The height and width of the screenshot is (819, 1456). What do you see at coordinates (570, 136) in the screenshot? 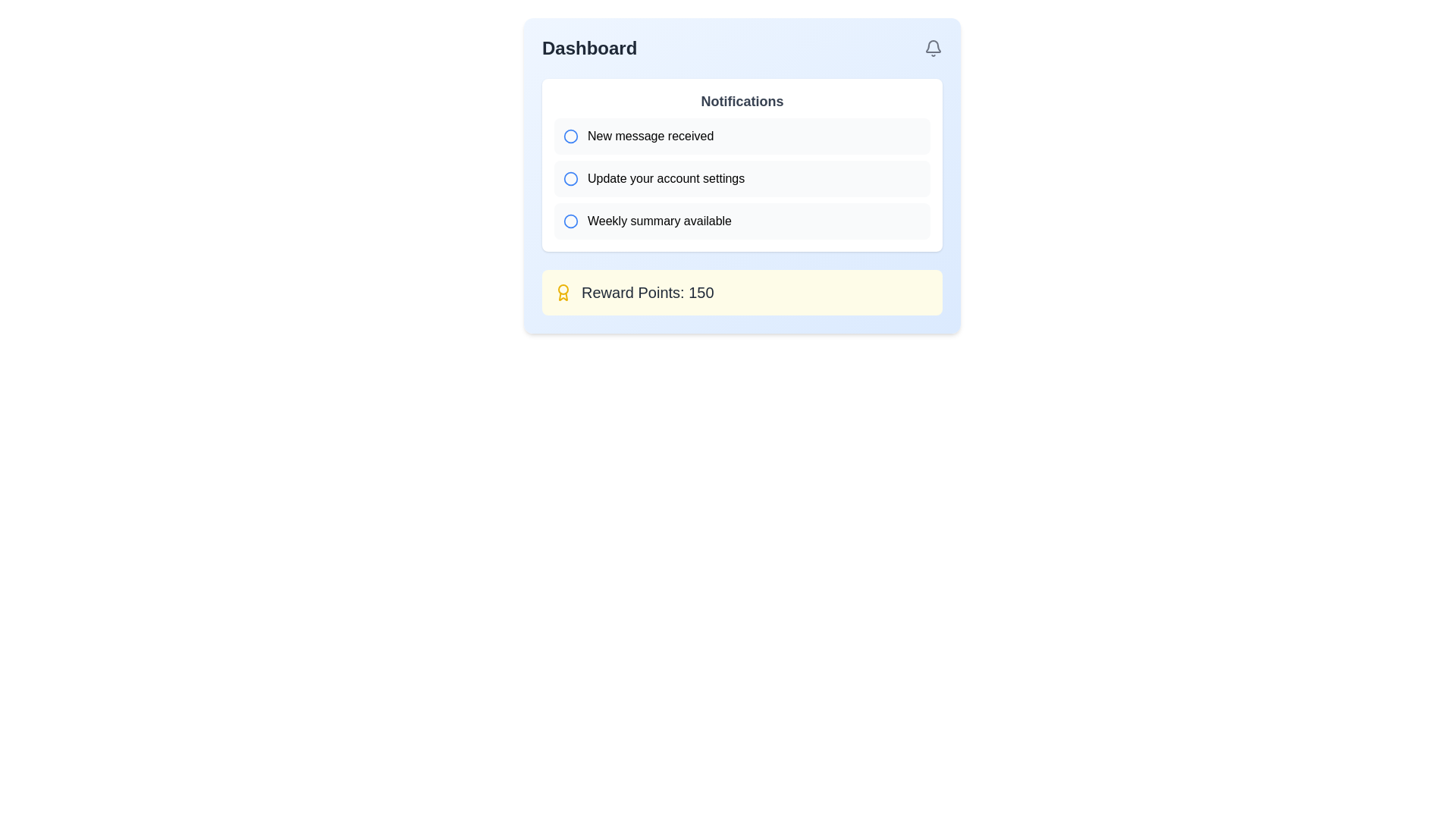
I see `the SVG circle that serves as a visual marker for the first notification item in the 'Notifications' dashboard` at bounding box center [570, 136].